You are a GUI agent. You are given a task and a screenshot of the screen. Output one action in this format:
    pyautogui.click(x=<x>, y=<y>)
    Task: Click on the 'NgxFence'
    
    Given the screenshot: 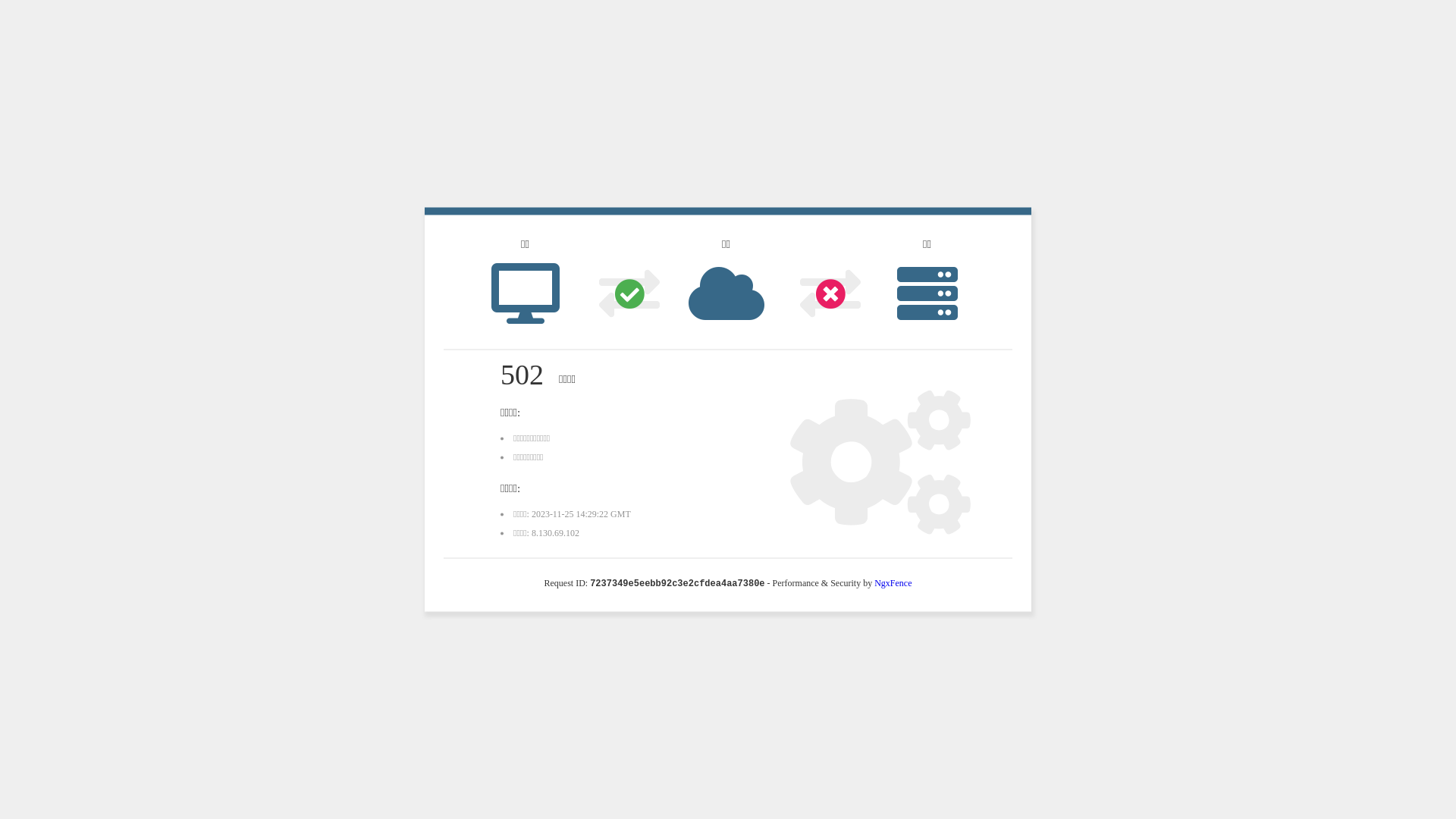 What is the action you would take?
    pyautogui.click(x=874, y=582)
    